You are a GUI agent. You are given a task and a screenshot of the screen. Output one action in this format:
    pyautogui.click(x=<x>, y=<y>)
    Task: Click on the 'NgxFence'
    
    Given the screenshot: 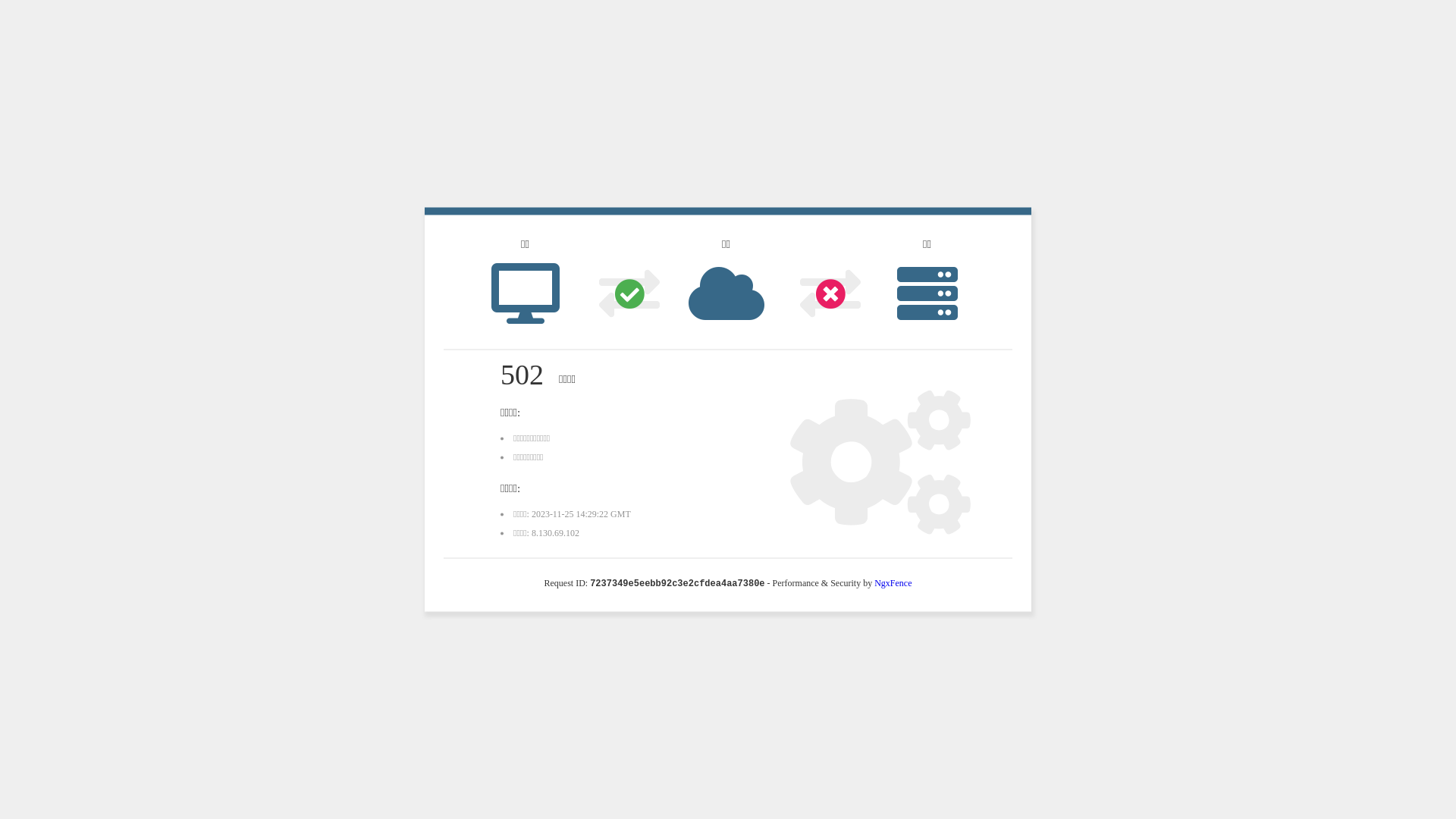 What is the action you would take?
    pyautogui.click(x=874, y=582)
    